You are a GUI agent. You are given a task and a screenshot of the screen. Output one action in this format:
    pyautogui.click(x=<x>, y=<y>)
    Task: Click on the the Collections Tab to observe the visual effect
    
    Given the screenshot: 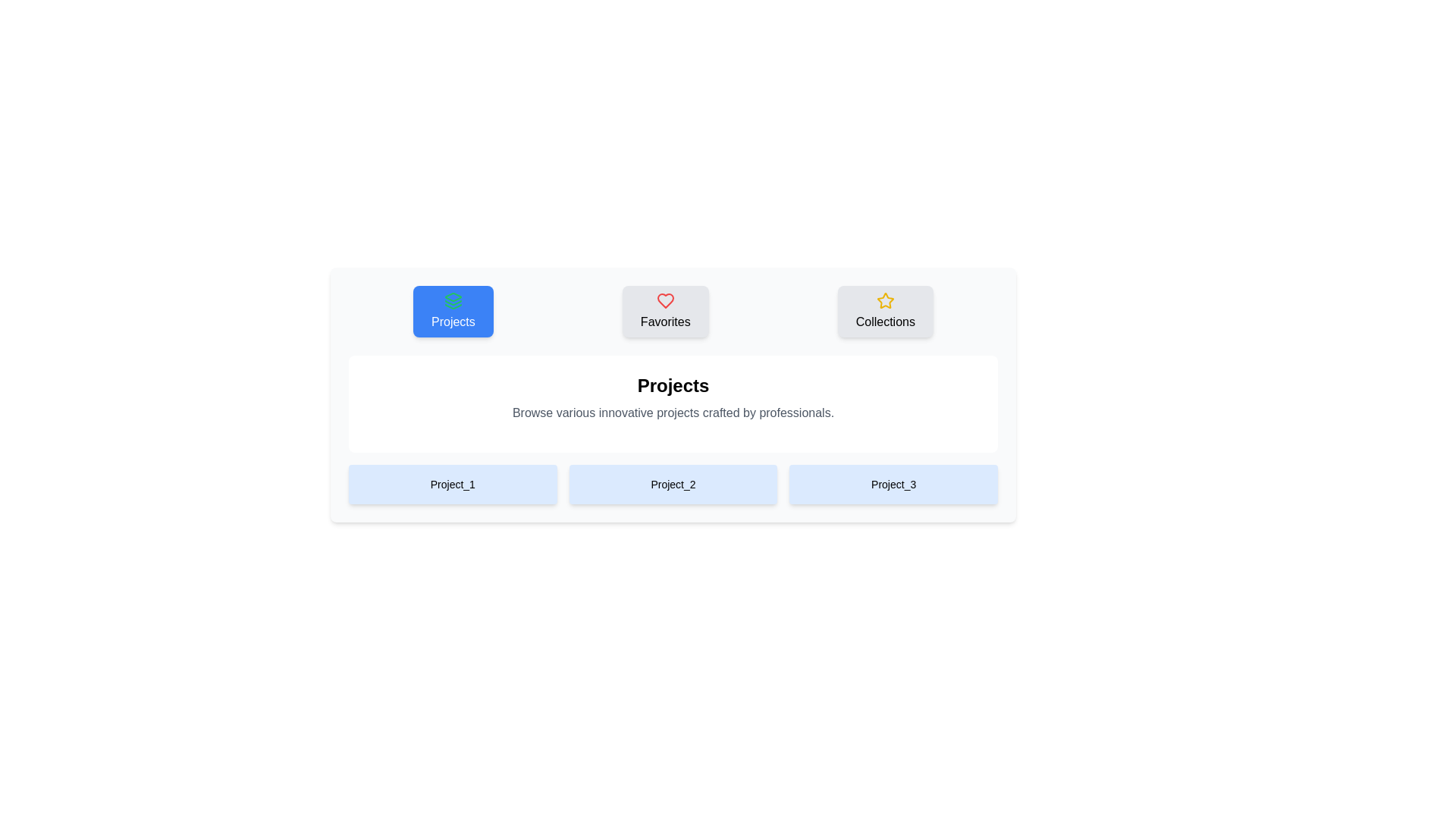 What is the action you would take?
    pyautogui.click(x=885, y=311)
    